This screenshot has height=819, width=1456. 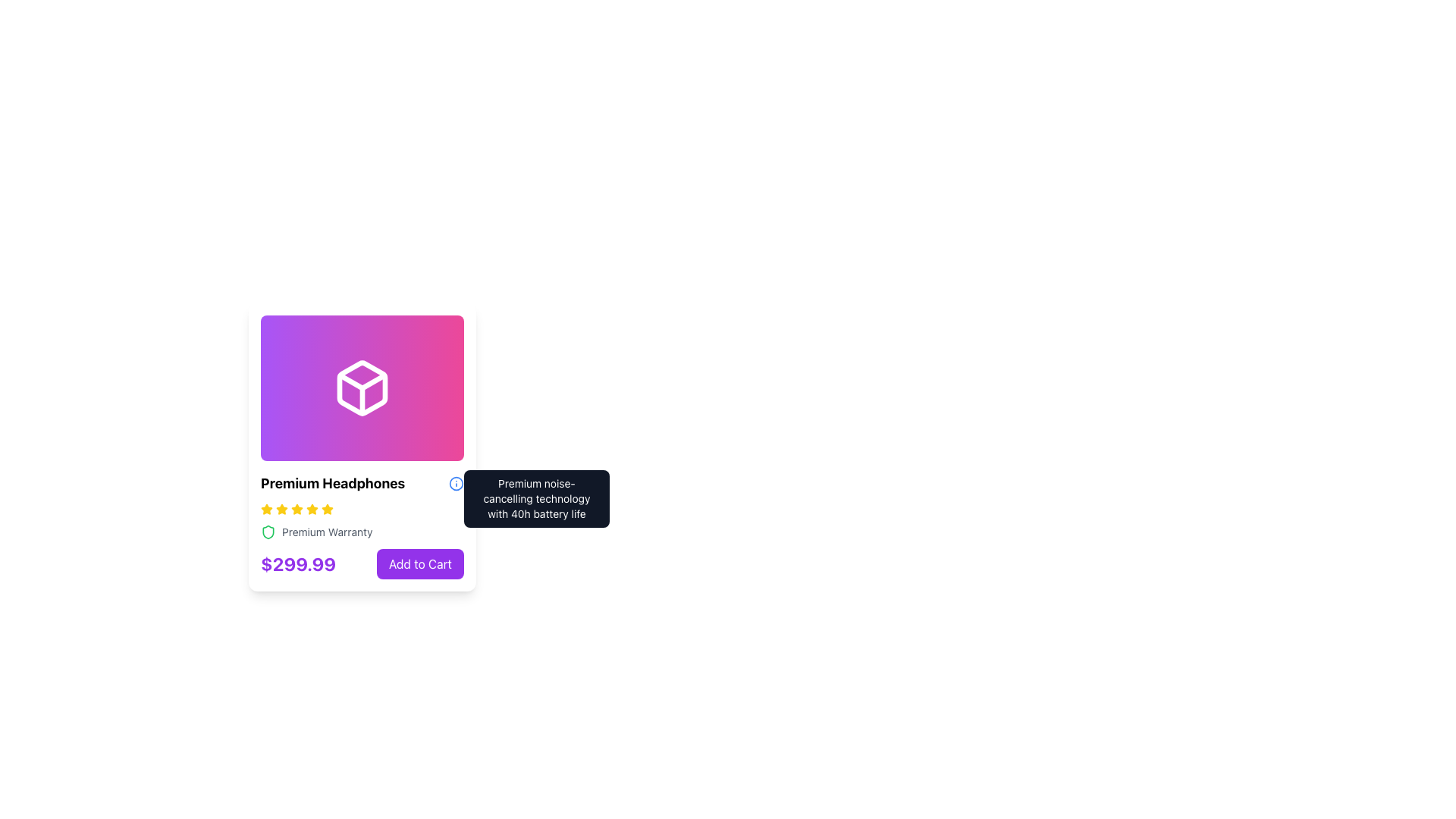 I want to click on the second star icon in the 5-star rating system located below 'Premium Headphones' and above the price '$299.99', so click(x=282, y=509).